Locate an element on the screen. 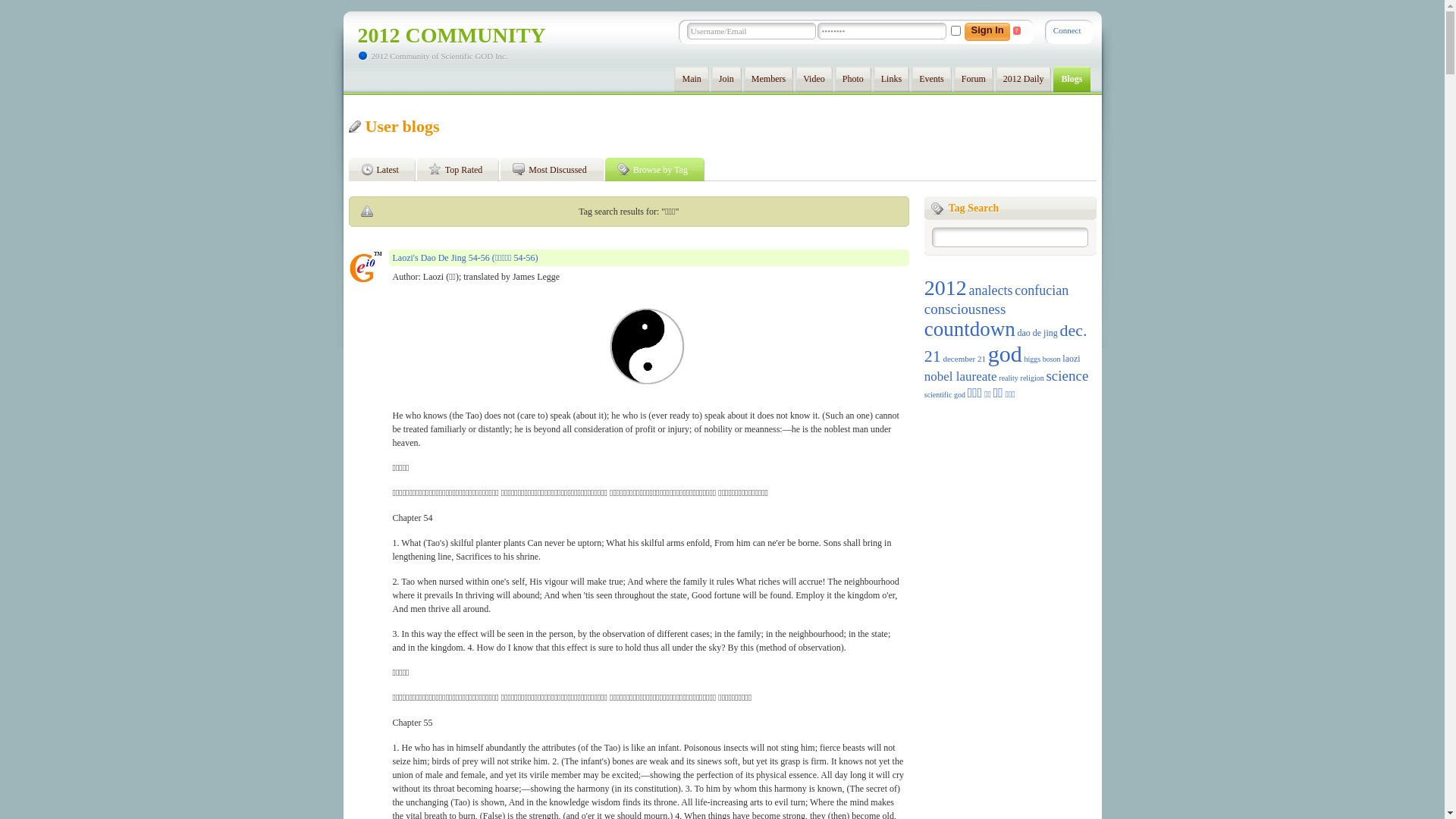 The width and height of the screenshot is (1456, 819). 'Video' is located at coordinates (813, 79).